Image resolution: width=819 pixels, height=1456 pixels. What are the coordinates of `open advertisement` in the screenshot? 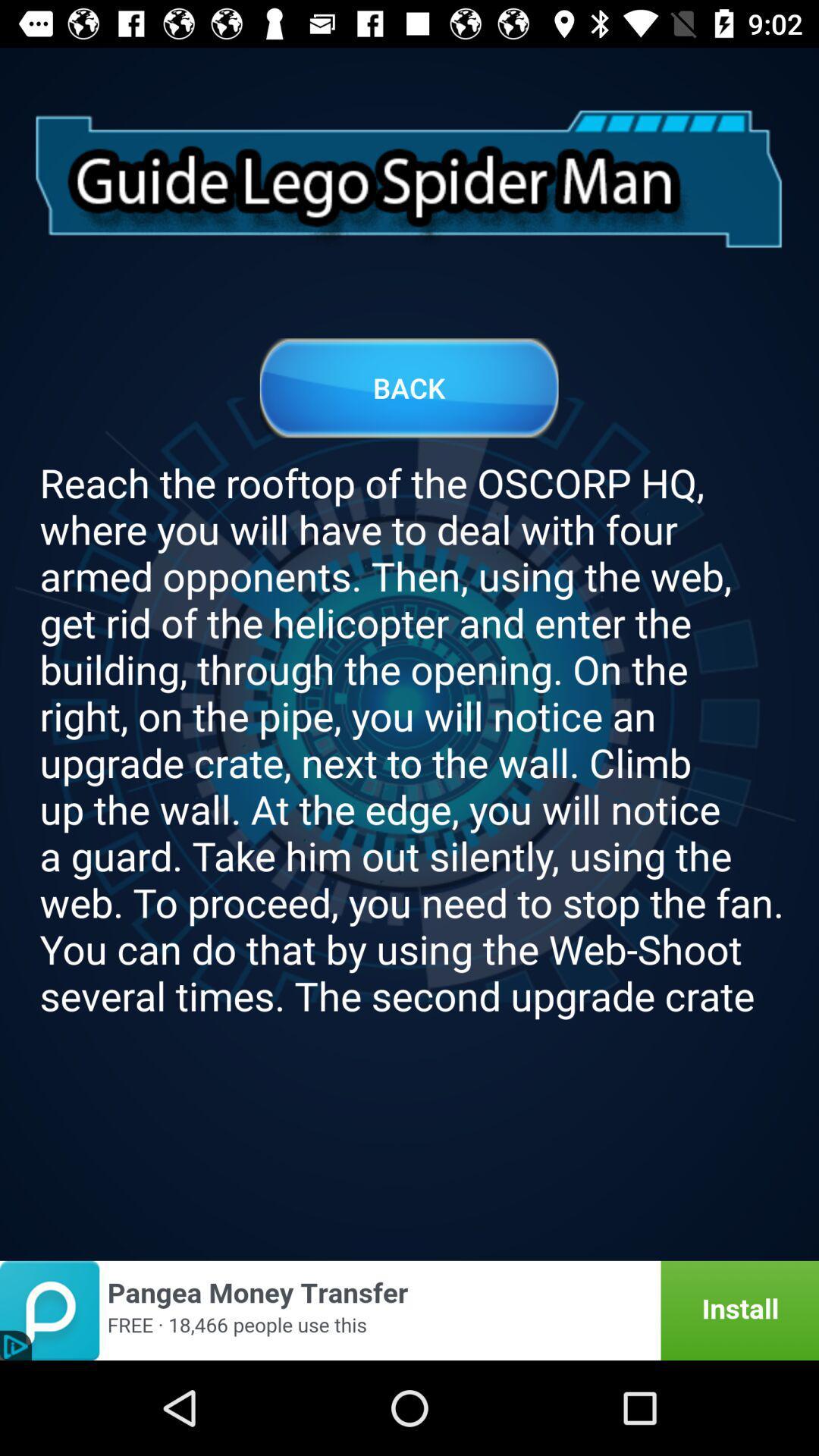 It's located at (409, 1310).